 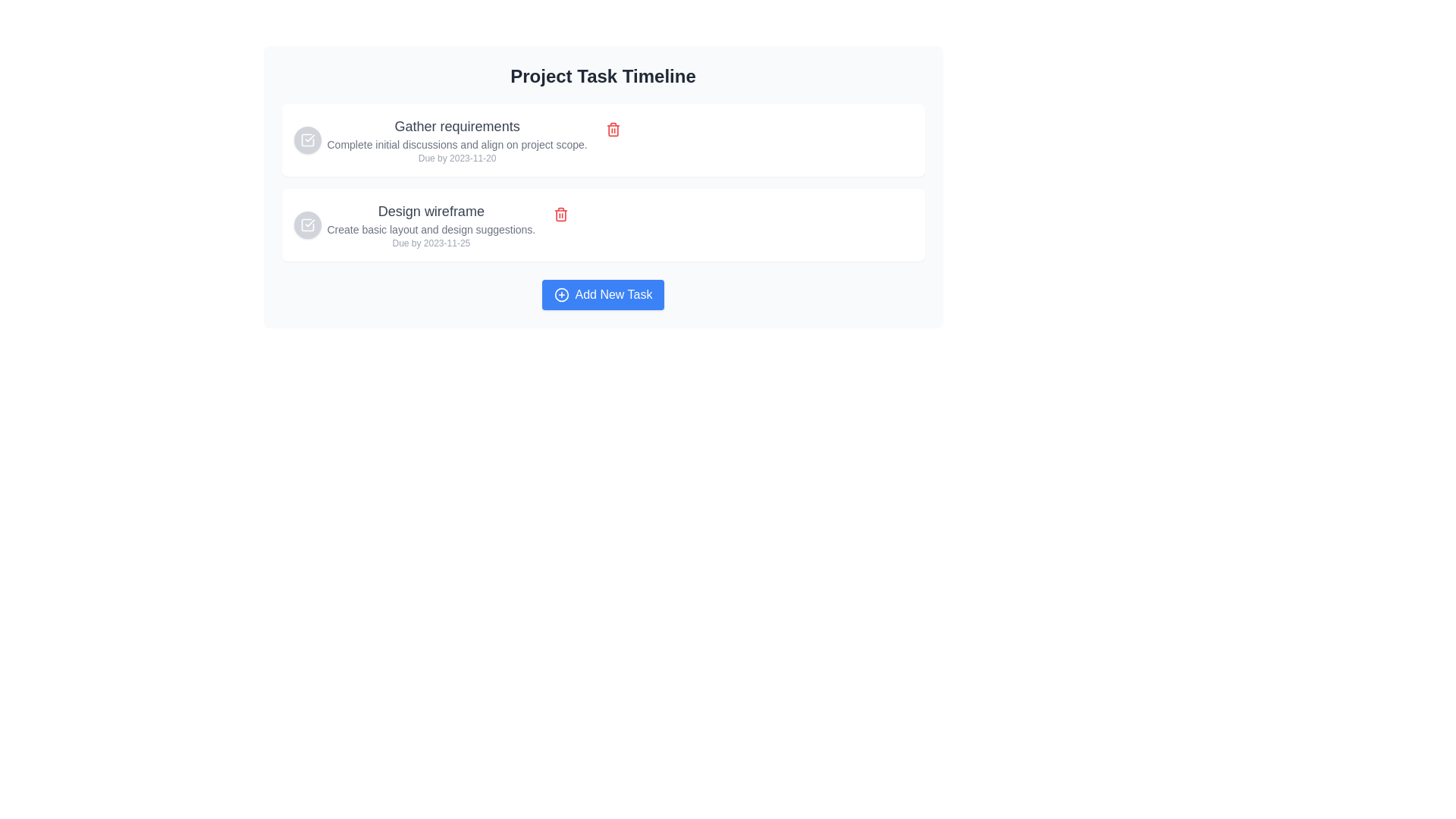 What do you see at coordinates (306, 140) in the screenshot?
I see `the graphical component forming the icon background located in the upper task block titled 'Gather requirements', which indicates a status or action associated with the task` at bounding box center [306, 140].